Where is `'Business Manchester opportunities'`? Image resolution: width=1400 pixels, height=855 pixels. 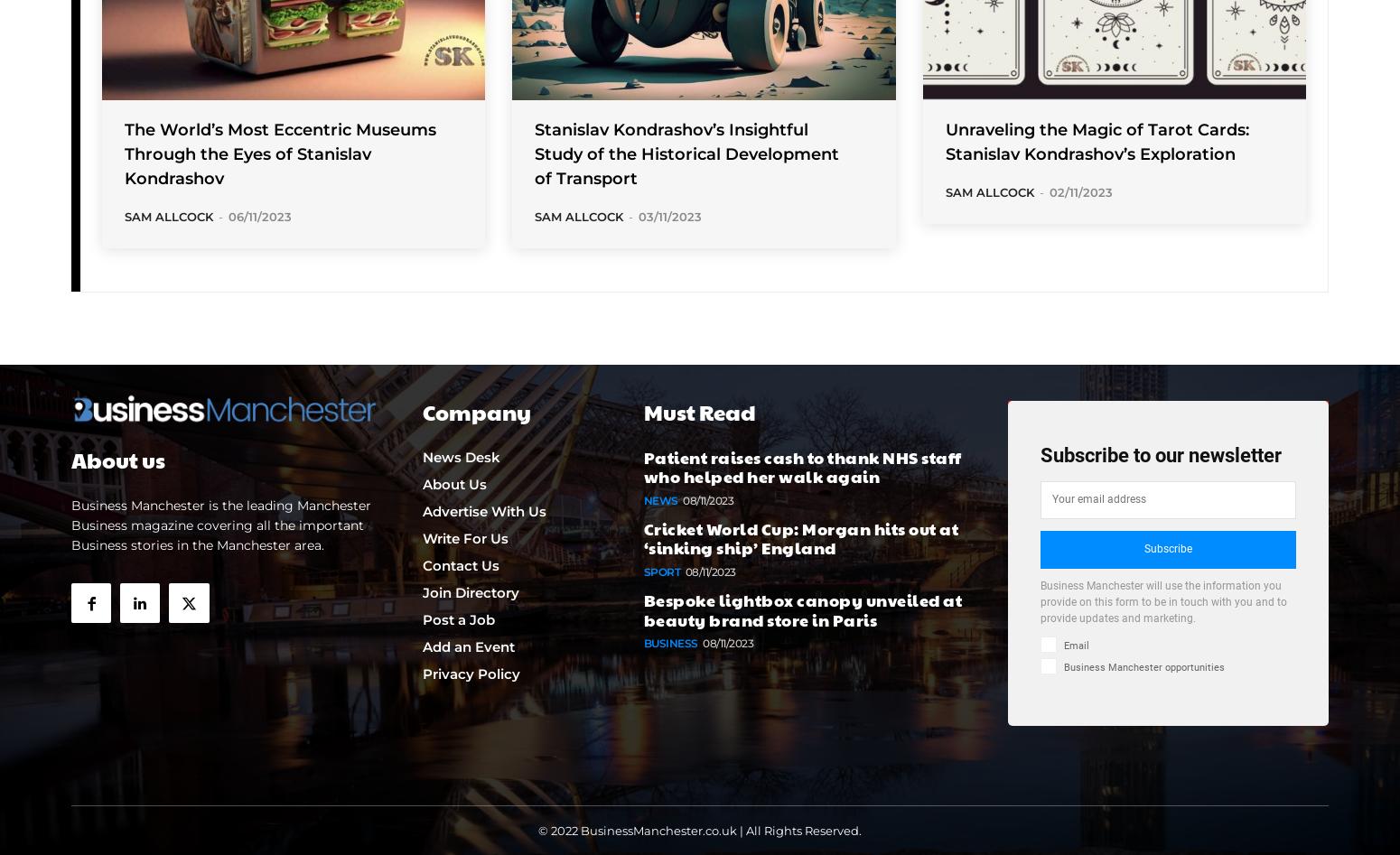 'Business Manchester opportunities' is located at coordinates (1143, 665).